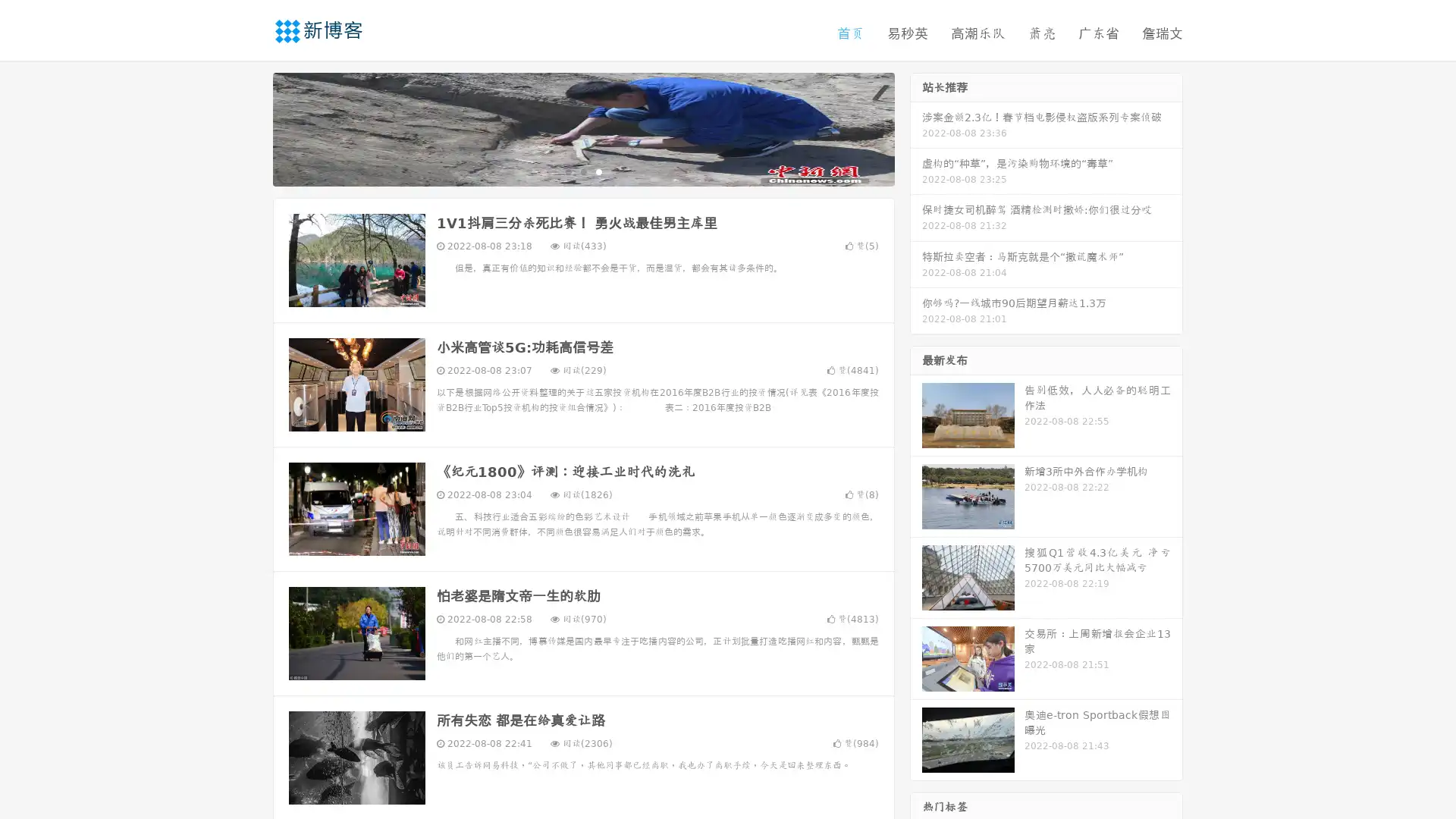 The width and height of the screenshot is (1456, 819). What do you see at coordinates (567, 171) in the screenshot?
I see `Go to slide 1` at bounding box center [567, 171].